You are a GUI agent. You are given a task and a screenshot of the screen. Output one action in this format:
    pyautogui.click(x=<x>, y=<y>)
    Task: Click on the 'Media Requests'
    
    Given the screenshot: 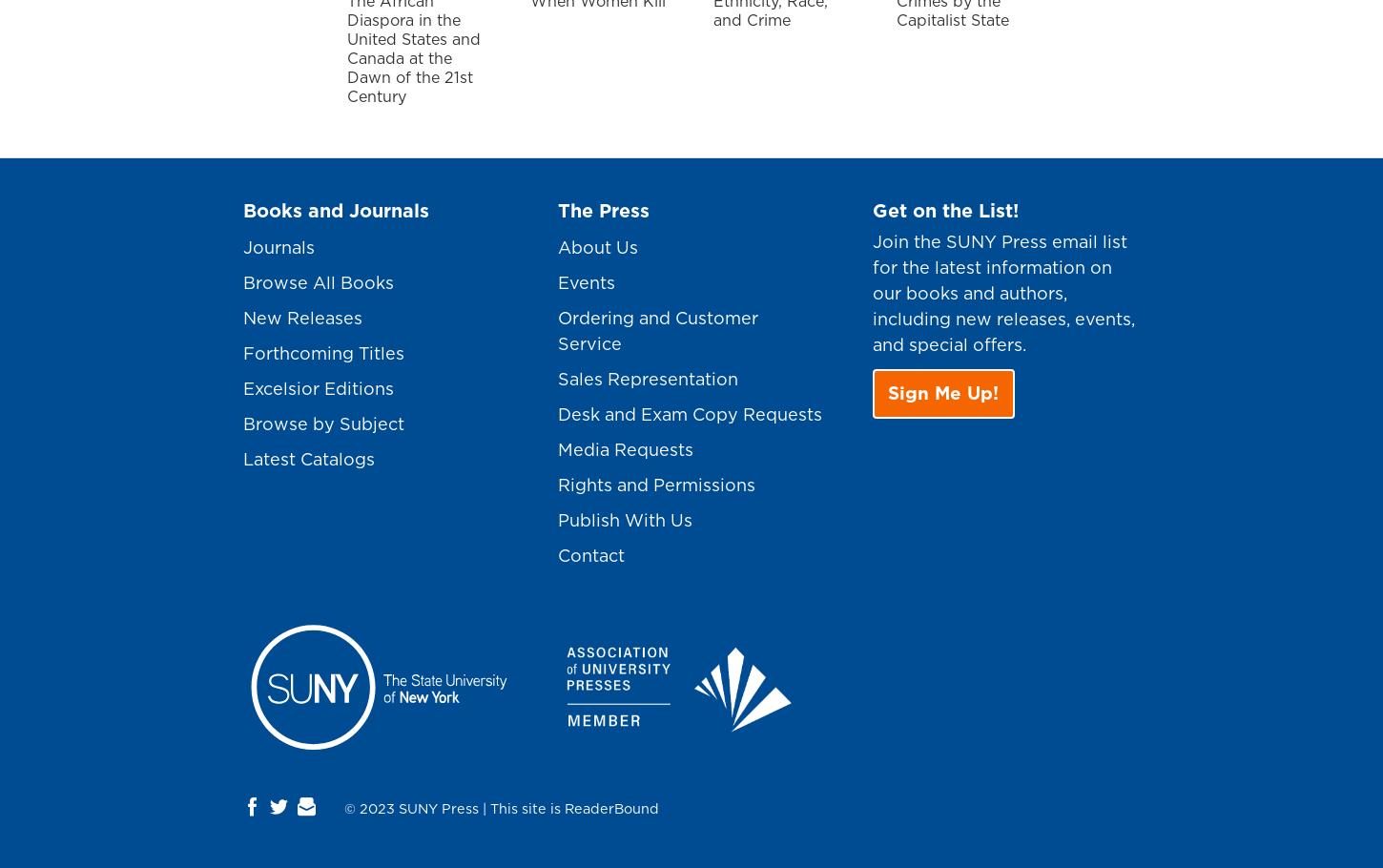 What is the action you would take?
    pyautogui.click(x=557, y=448)
    